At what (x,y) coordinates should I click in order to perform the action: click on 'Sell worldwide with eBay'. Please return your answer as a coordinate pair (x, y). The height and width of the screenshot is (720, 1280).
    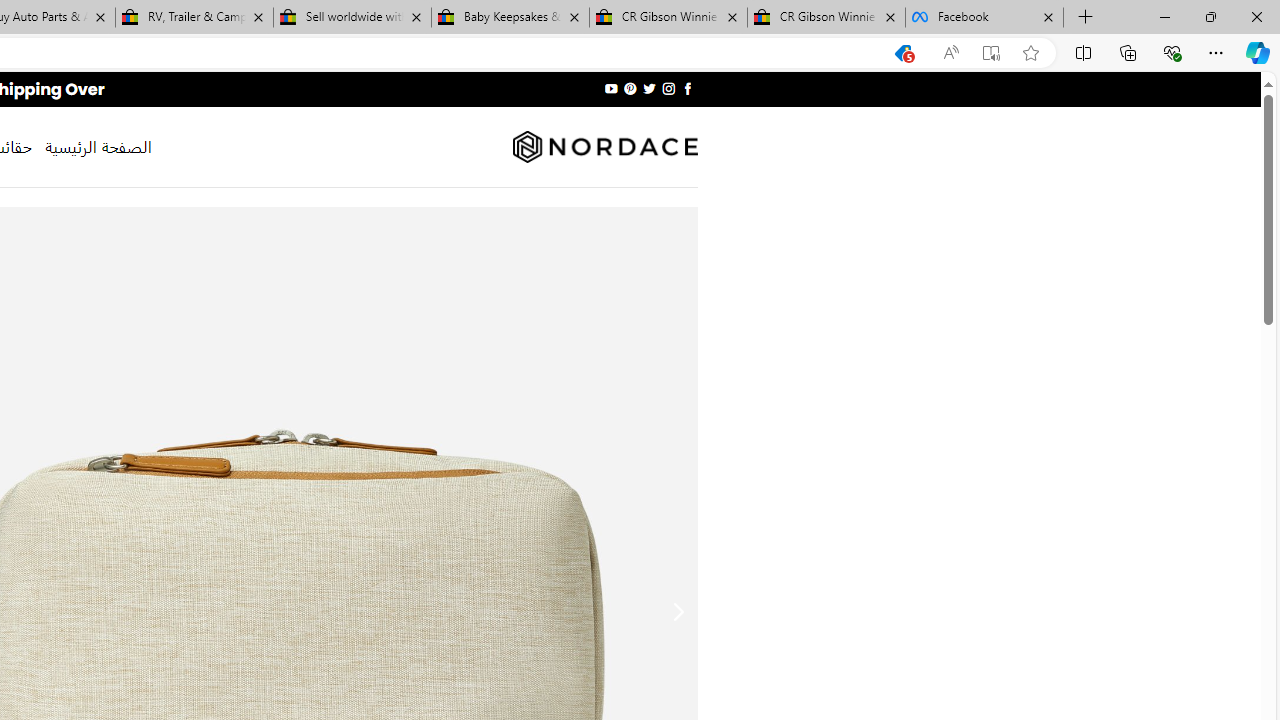
    Looking at the image, I should click on (352, 17).